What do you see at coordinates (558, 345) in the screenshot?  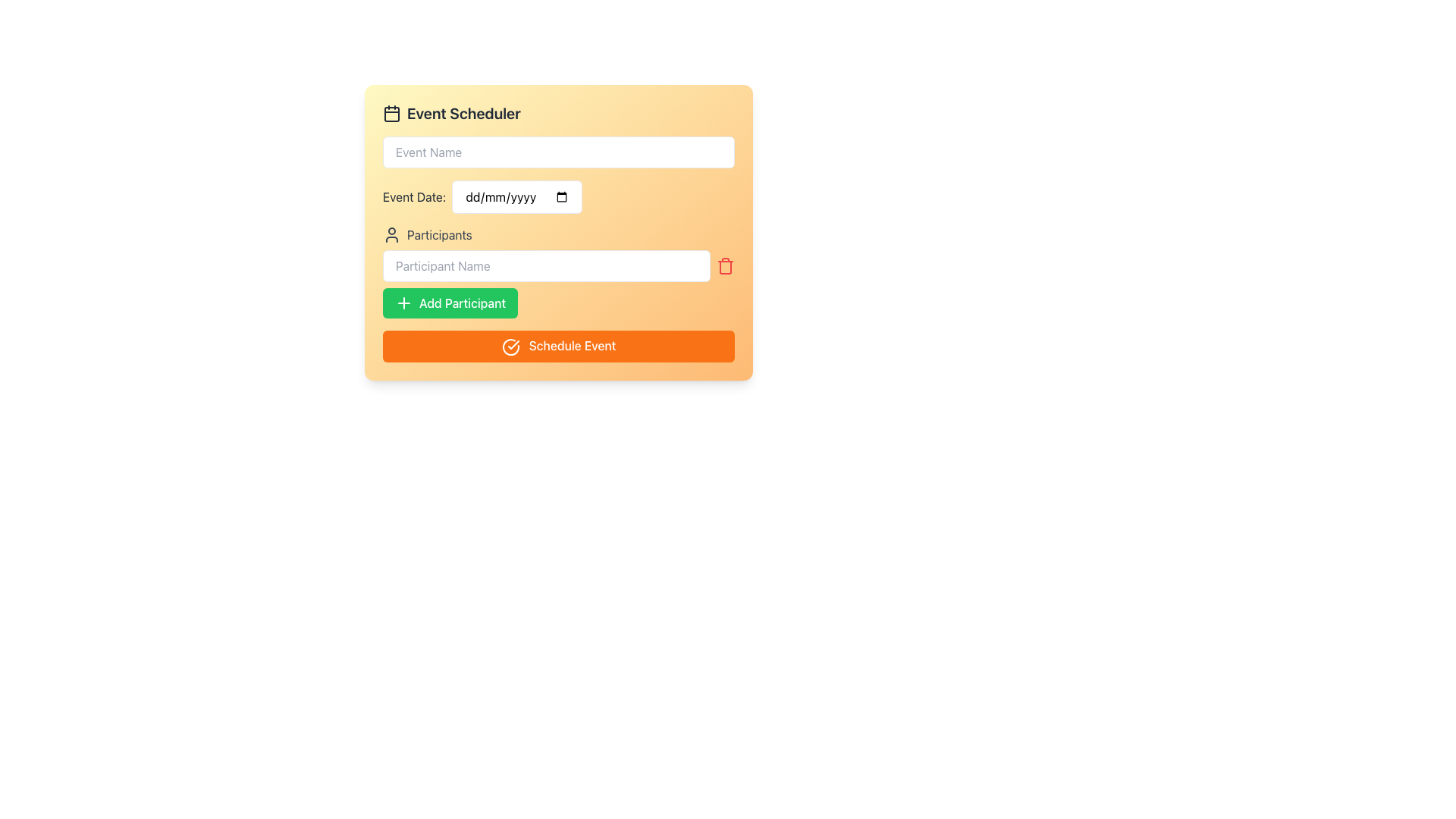 I see `the submission button for creating or scheduling an event` at bounding box center [558, 345].